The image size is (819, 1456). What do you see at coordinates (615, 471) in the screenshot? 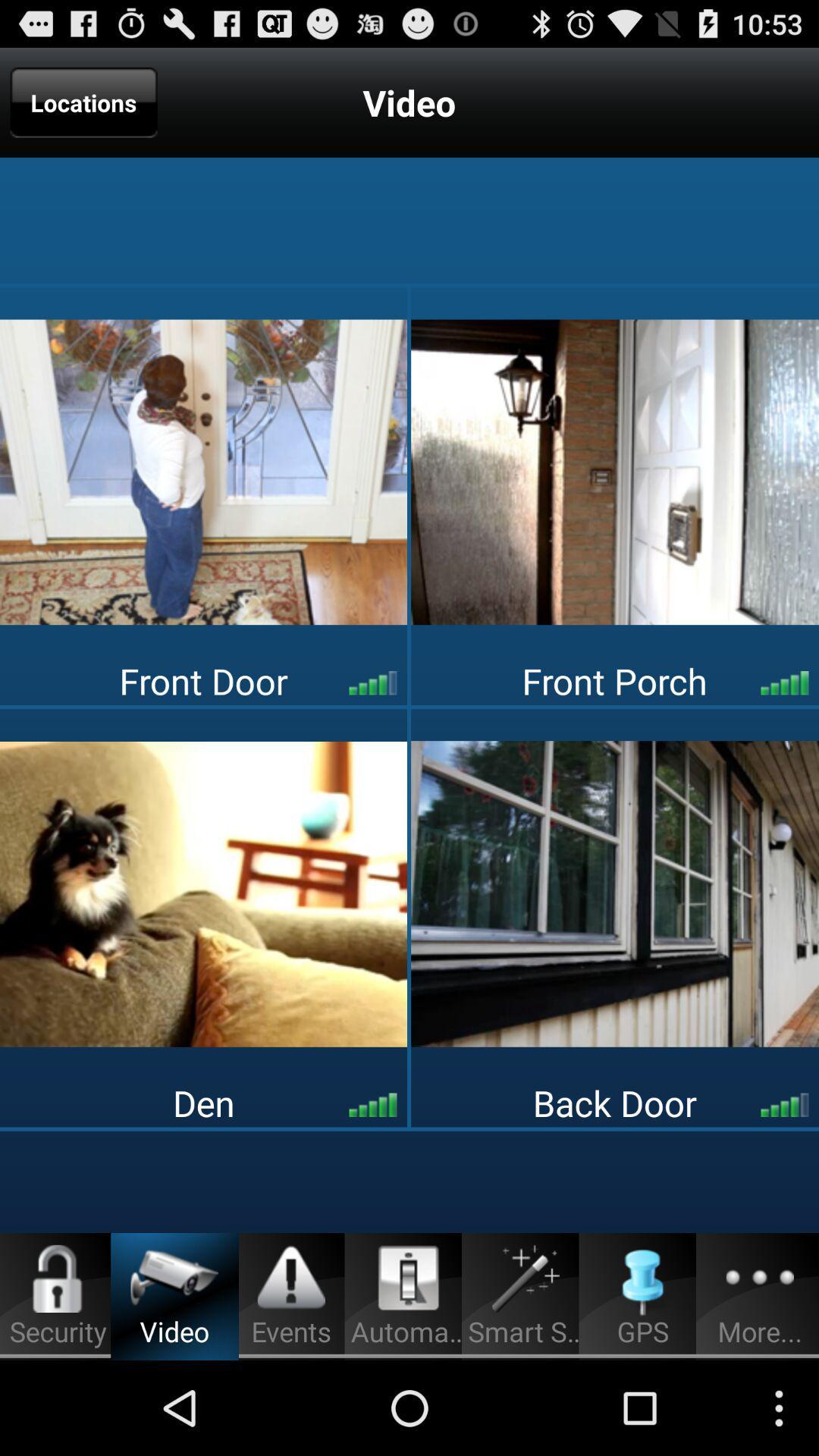
I see `the item above the front door icon` at bounding box center [615, 471].